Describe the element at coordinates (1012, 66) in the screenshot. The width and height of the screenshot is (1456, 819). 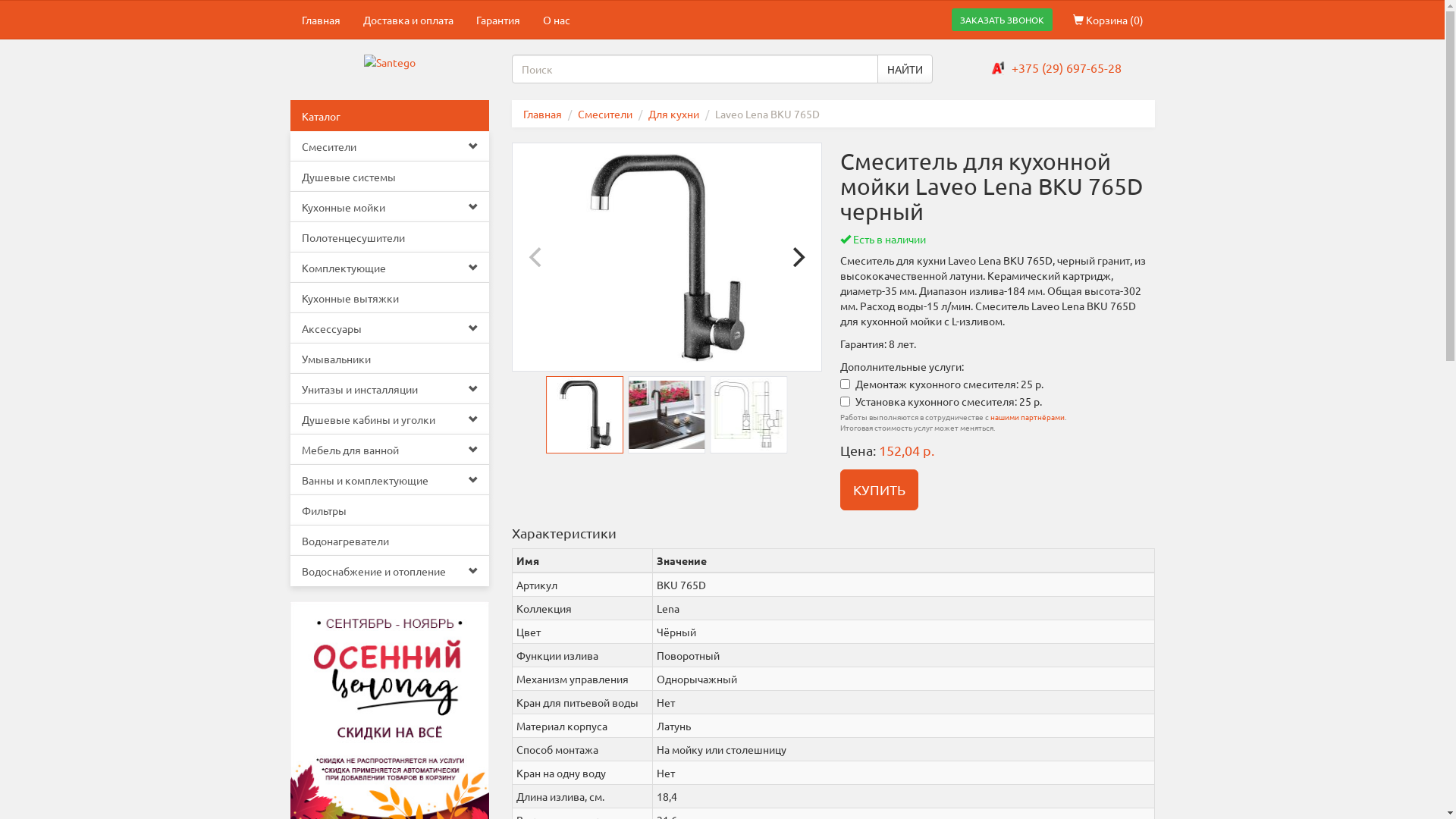
I see `'+375 (29) 697-65-28'` at that location.